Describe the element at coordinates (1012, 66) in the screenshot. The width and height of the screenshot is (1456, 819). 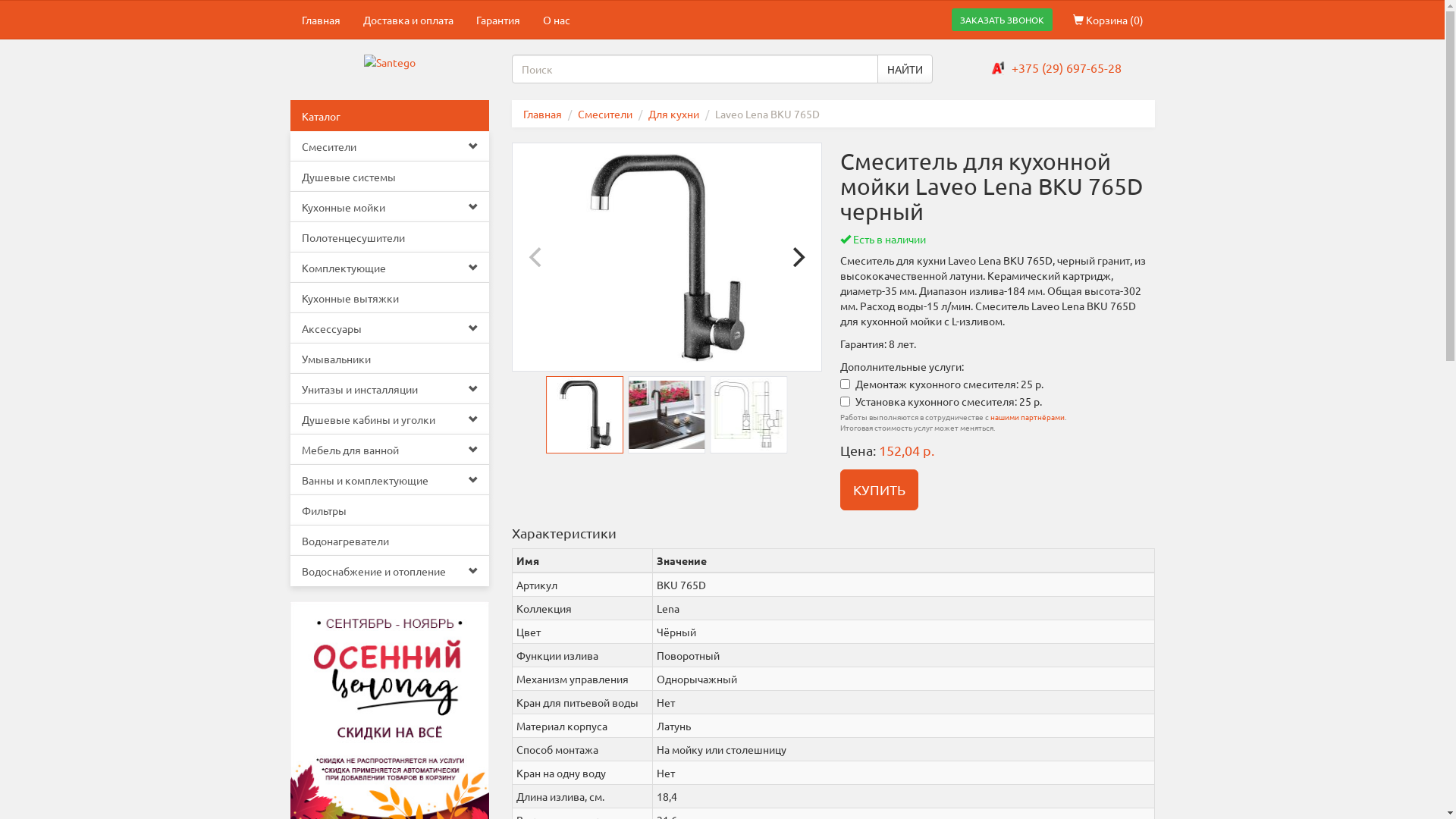
I see `'+375 (29) 697-65-28'` at that location.